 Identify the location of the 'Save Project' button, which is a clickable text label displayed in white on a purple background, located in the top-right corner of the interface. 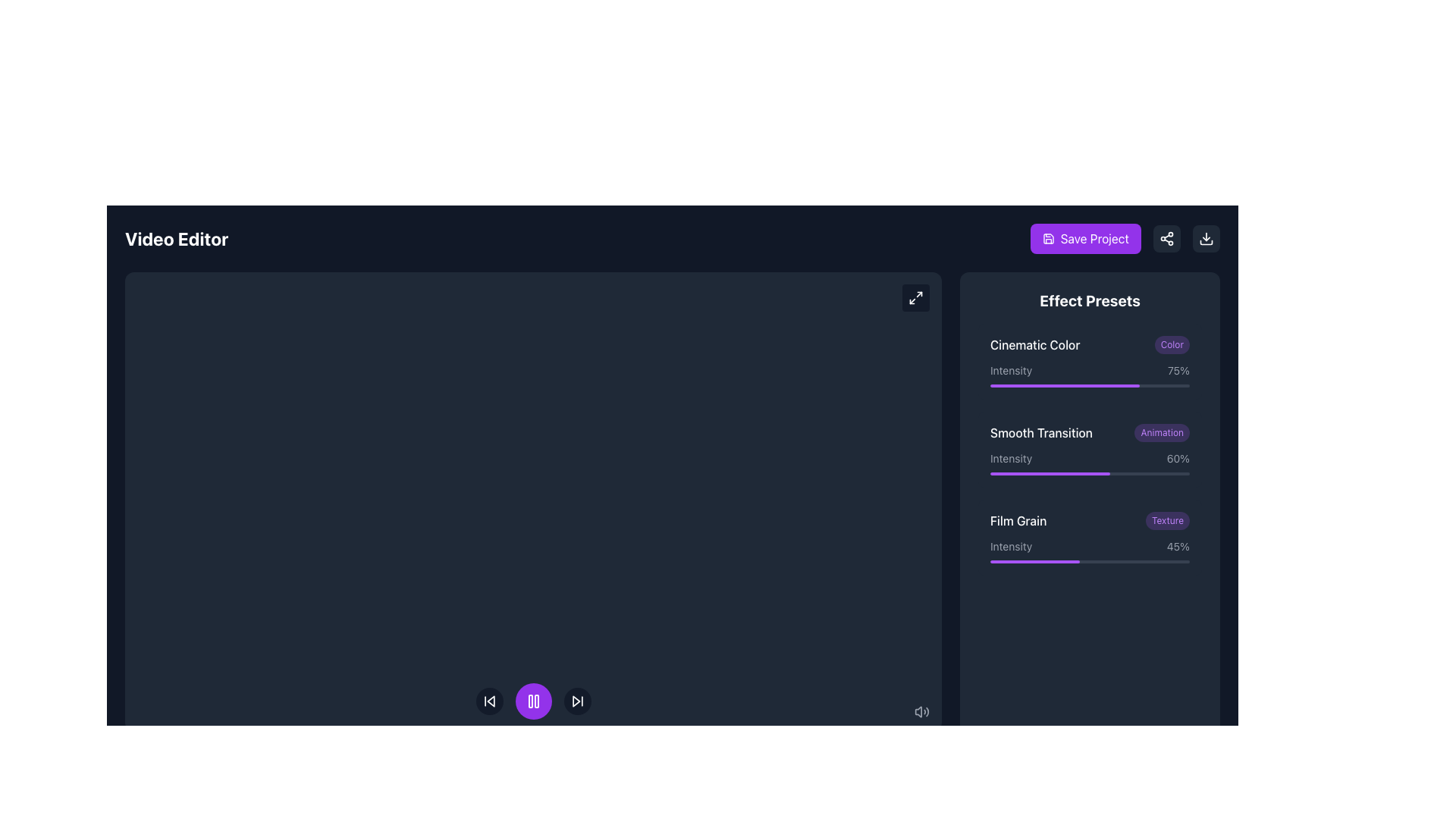
(1094, 239).